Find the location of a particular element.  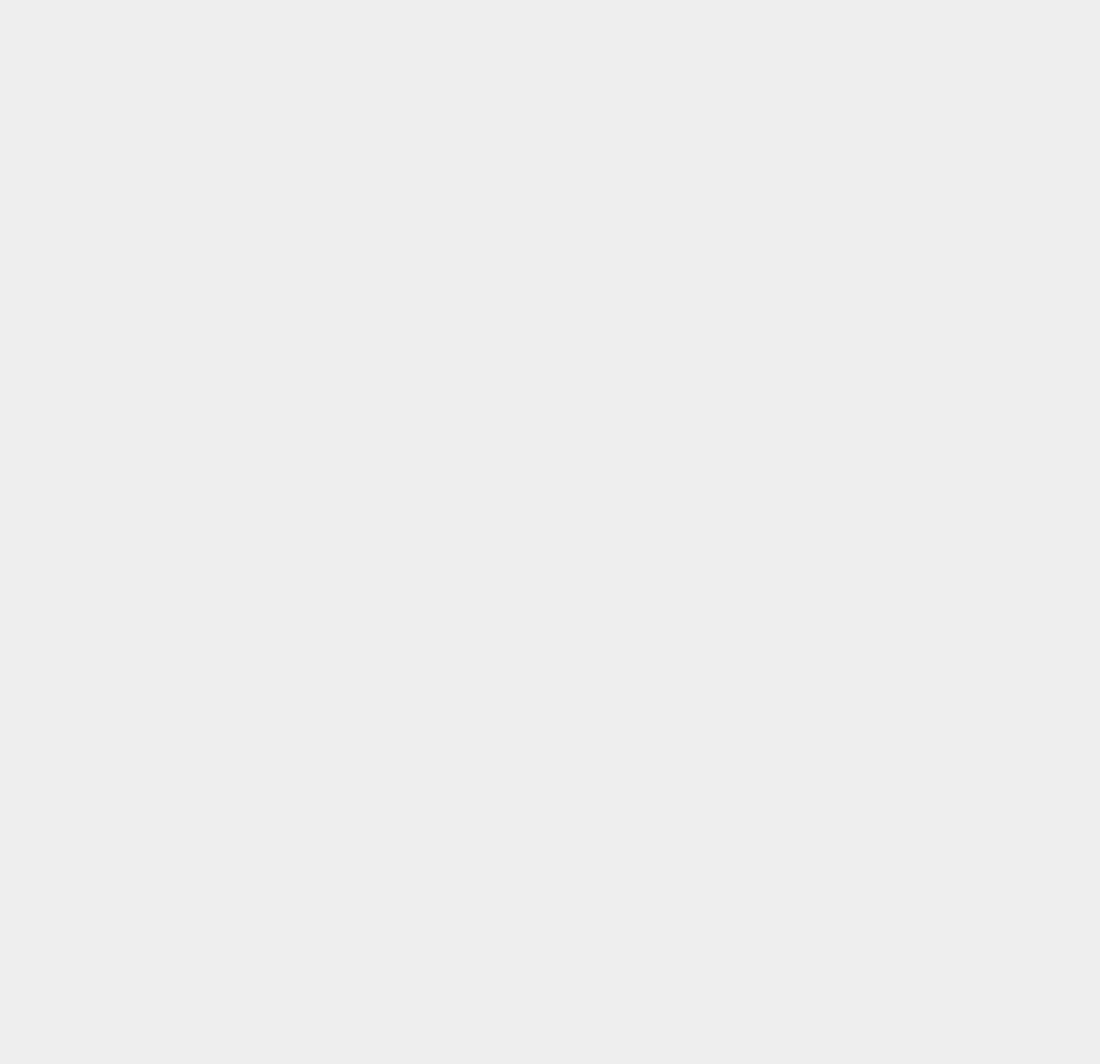

'macOS Server' is located at coordinates (821, 599).